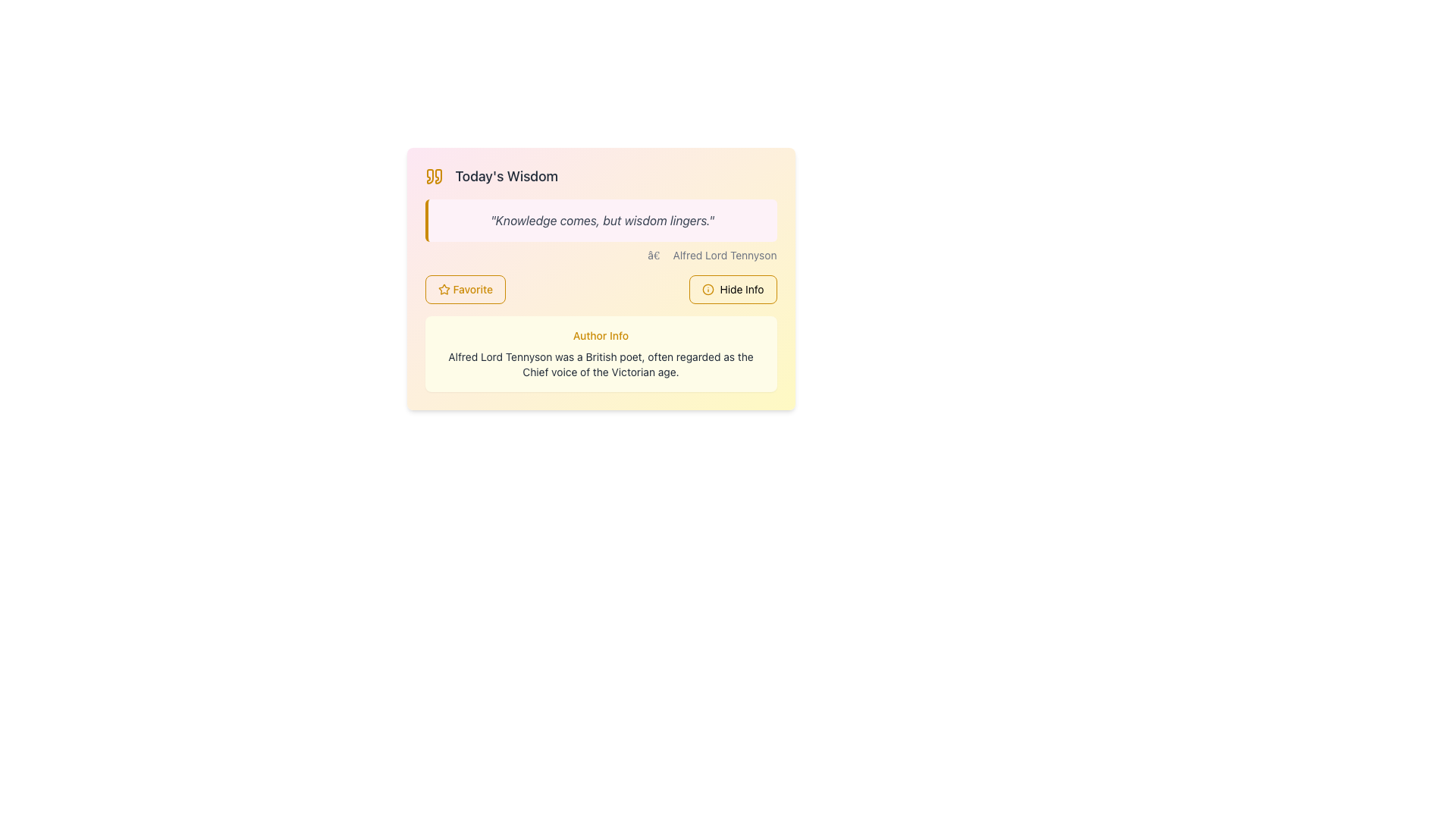 Image resolution: width=1456 pixels, height=819 pixels. Describe the element at coordinates (437, 175) in the screenshot. I see `the rightmost graphical icon representing a quotation mark in the 'Today's Wisdom' panel, which is located at the top left corner of the panel` at that location.